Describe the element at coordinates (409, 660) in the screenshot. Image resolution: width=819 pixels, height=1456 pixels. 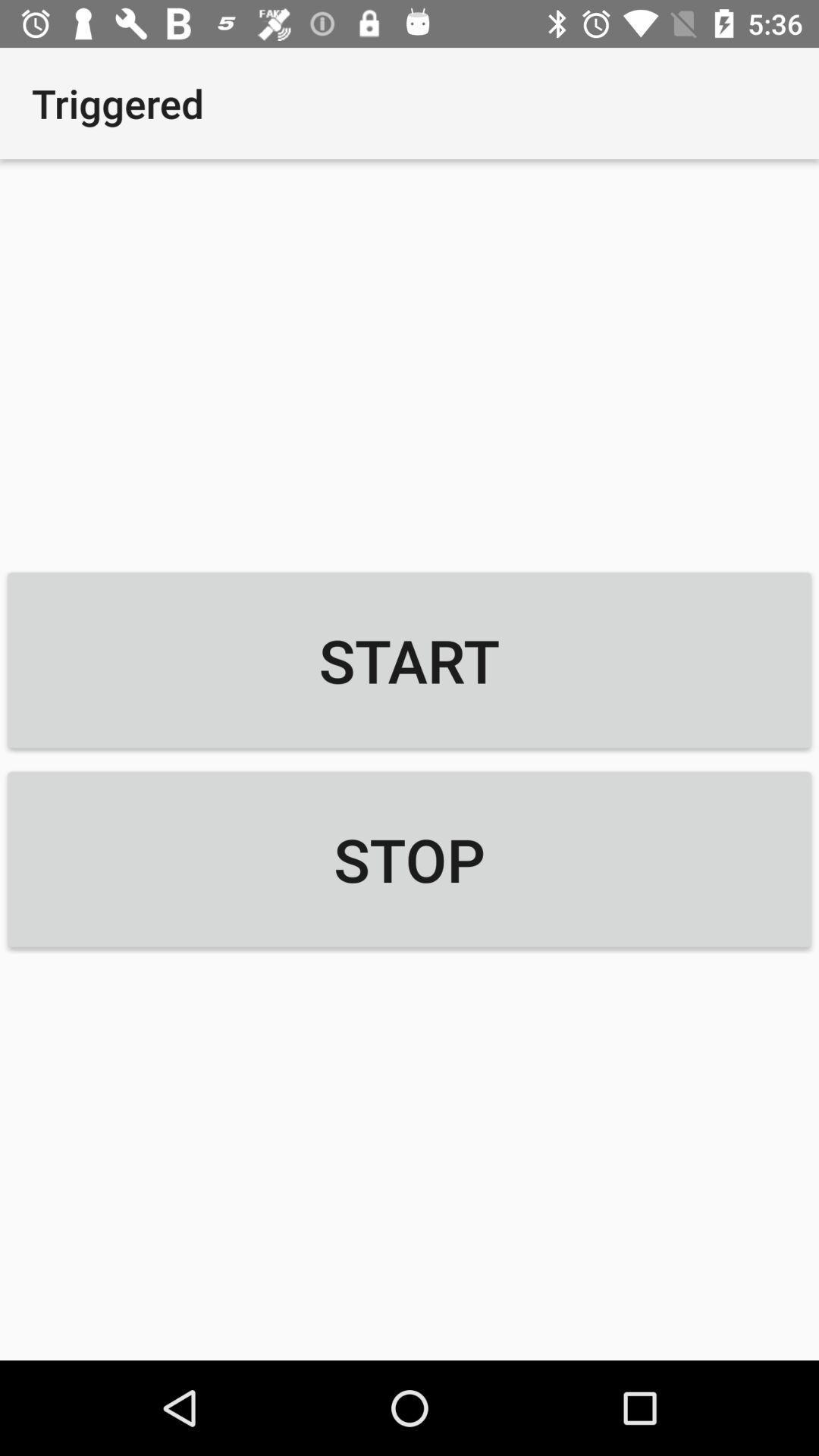
I see `the start icon` at that location.